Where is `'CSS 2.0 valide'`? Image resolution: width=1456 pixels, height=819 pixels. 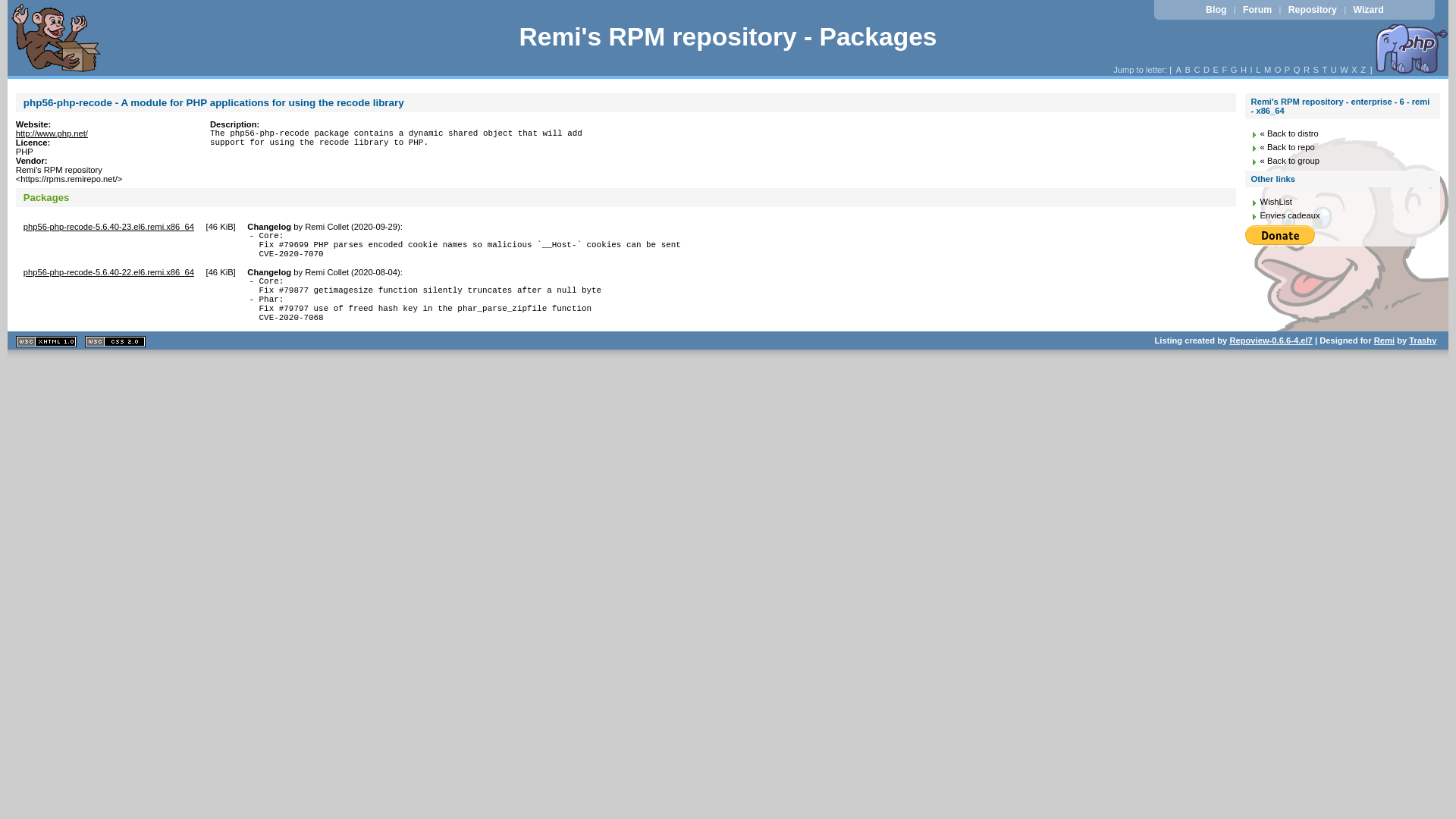 'CSS 2.0 valide' is located at coordinates (115, 341).